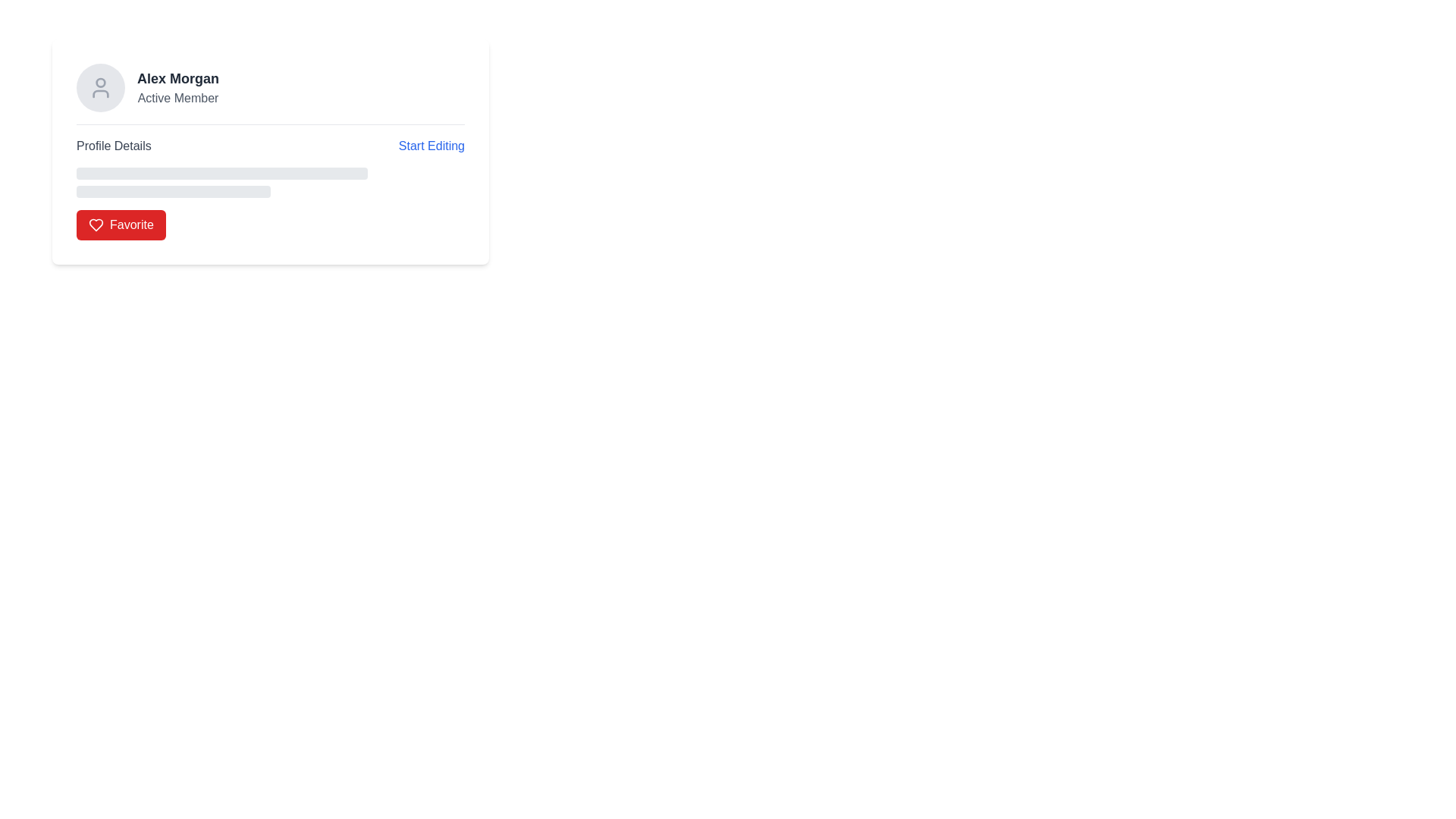 Image resolution: width=1456 pixels, height=819 pixels. What do you see at coordinates (113, 146) in the screenshot?
I see `the profile header text label` at bounding box center [113, 146].